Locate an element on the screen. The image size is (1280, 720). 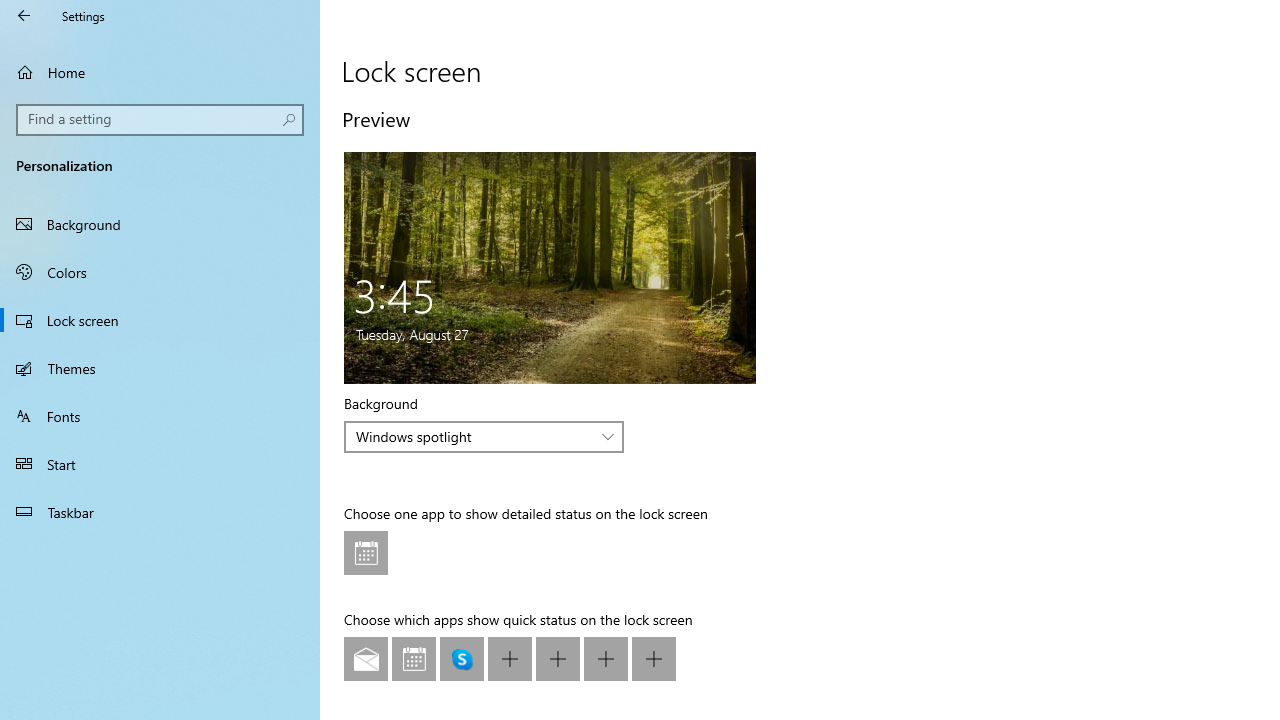
'Search box, Find a setting' is located at coordinates (160, 119).